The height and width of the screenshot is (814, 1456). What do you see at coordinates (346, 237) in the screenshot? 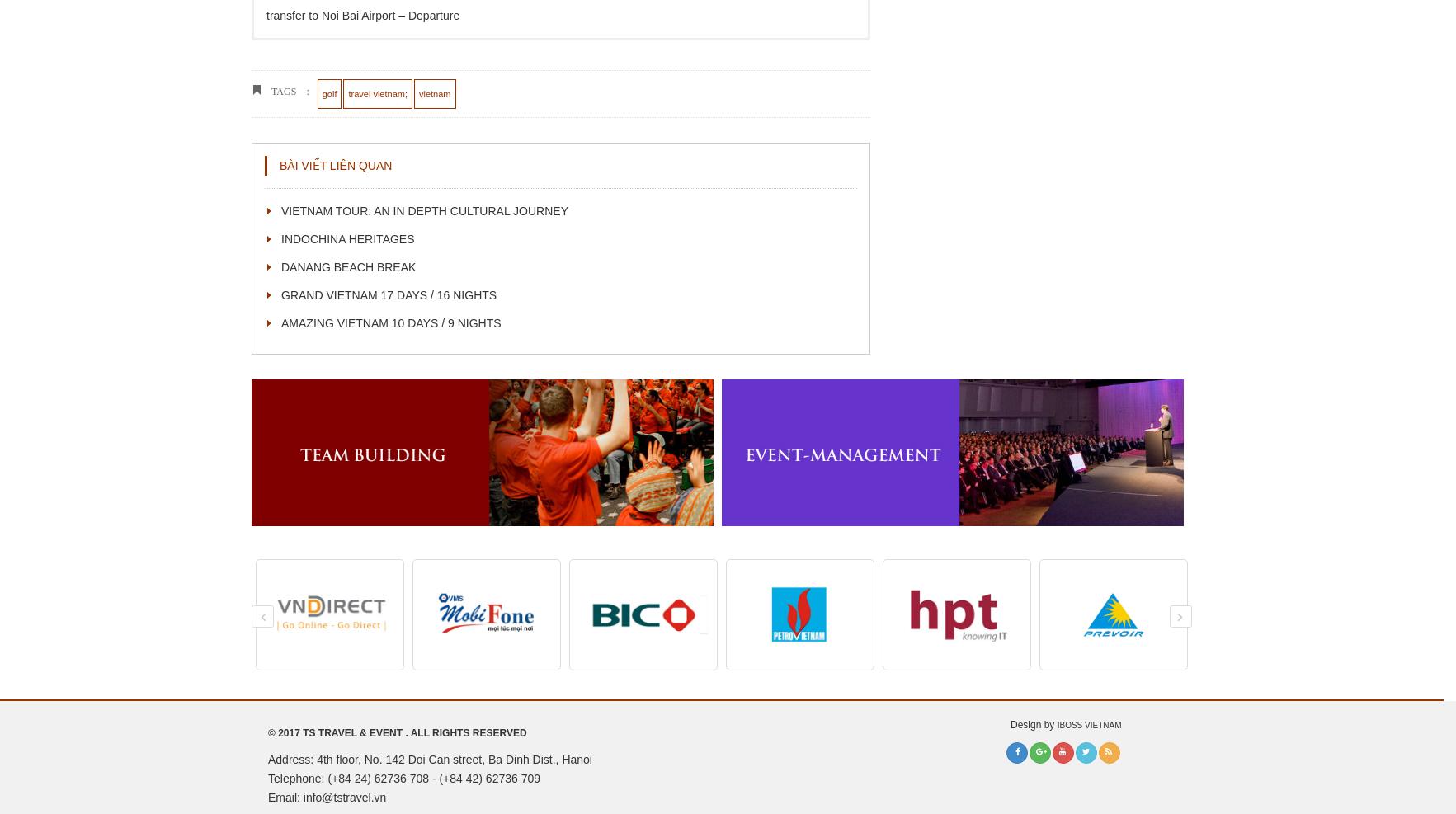
I see `'INDOCHINA HERITAGES'` at bounding box center [346, 237].